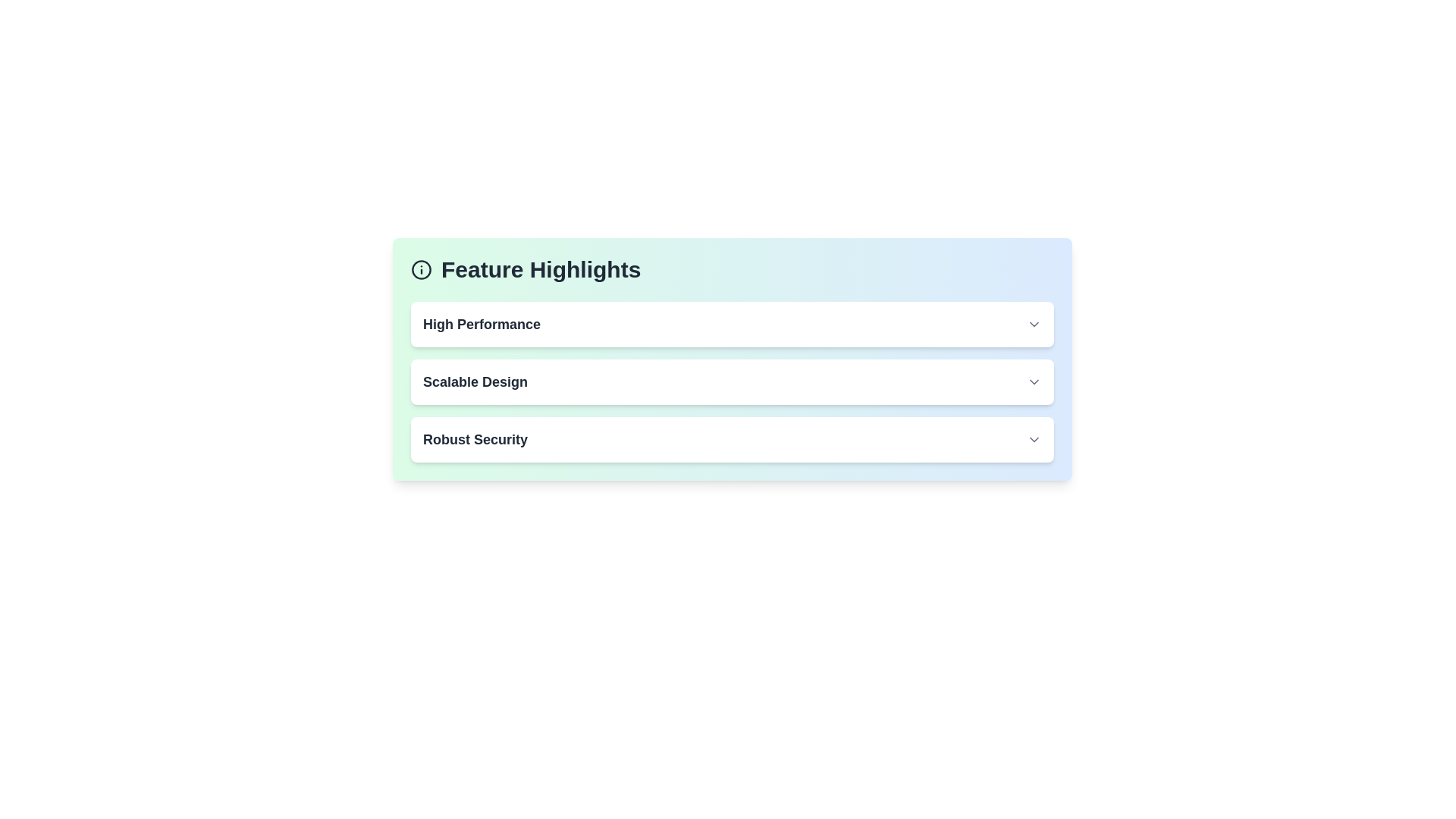 Image resolution: width=1456 pixels, height=819 pixels. Describe the element at coordinates (1033, 381) in the screenshot. I see `the Dropdown Toggle Icon located at the upper-right corner of the 'Scalable Design' block in the 'Feature Highlights' list` at that location.